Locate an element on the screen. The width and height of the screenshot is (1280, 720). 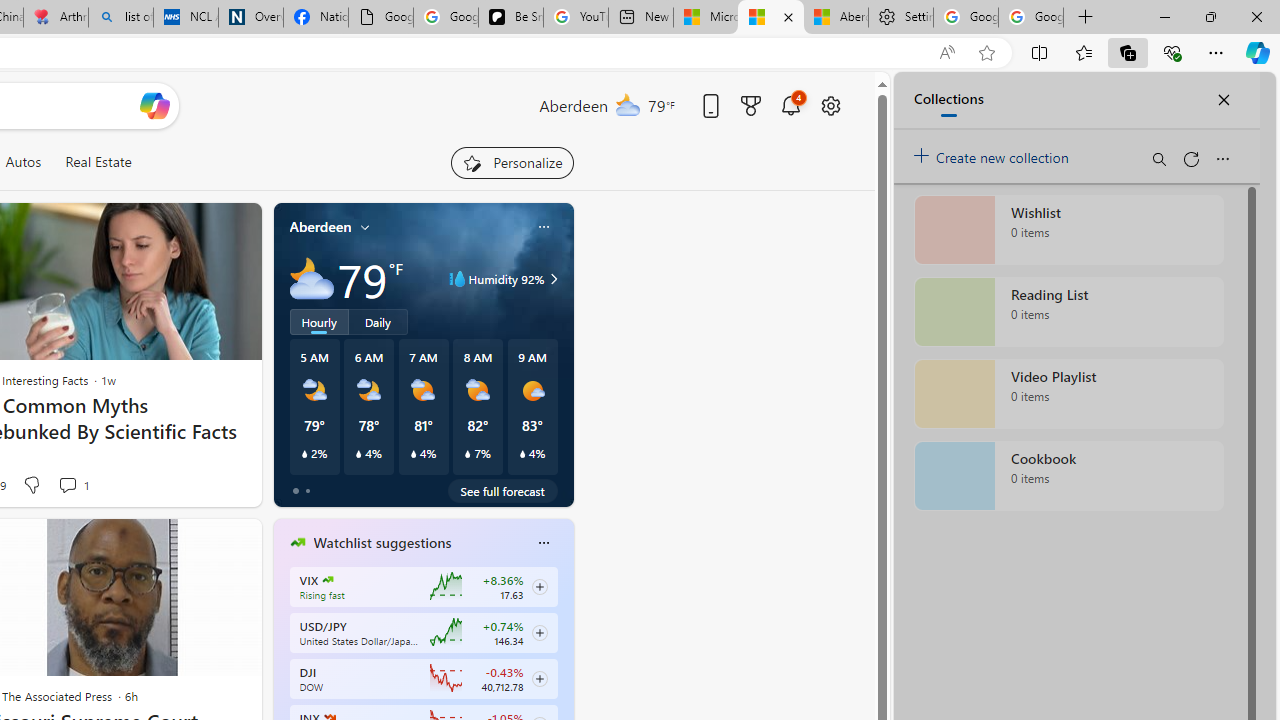
'Class: weather-arrow-glyph' is located at coordinates (554, 279).